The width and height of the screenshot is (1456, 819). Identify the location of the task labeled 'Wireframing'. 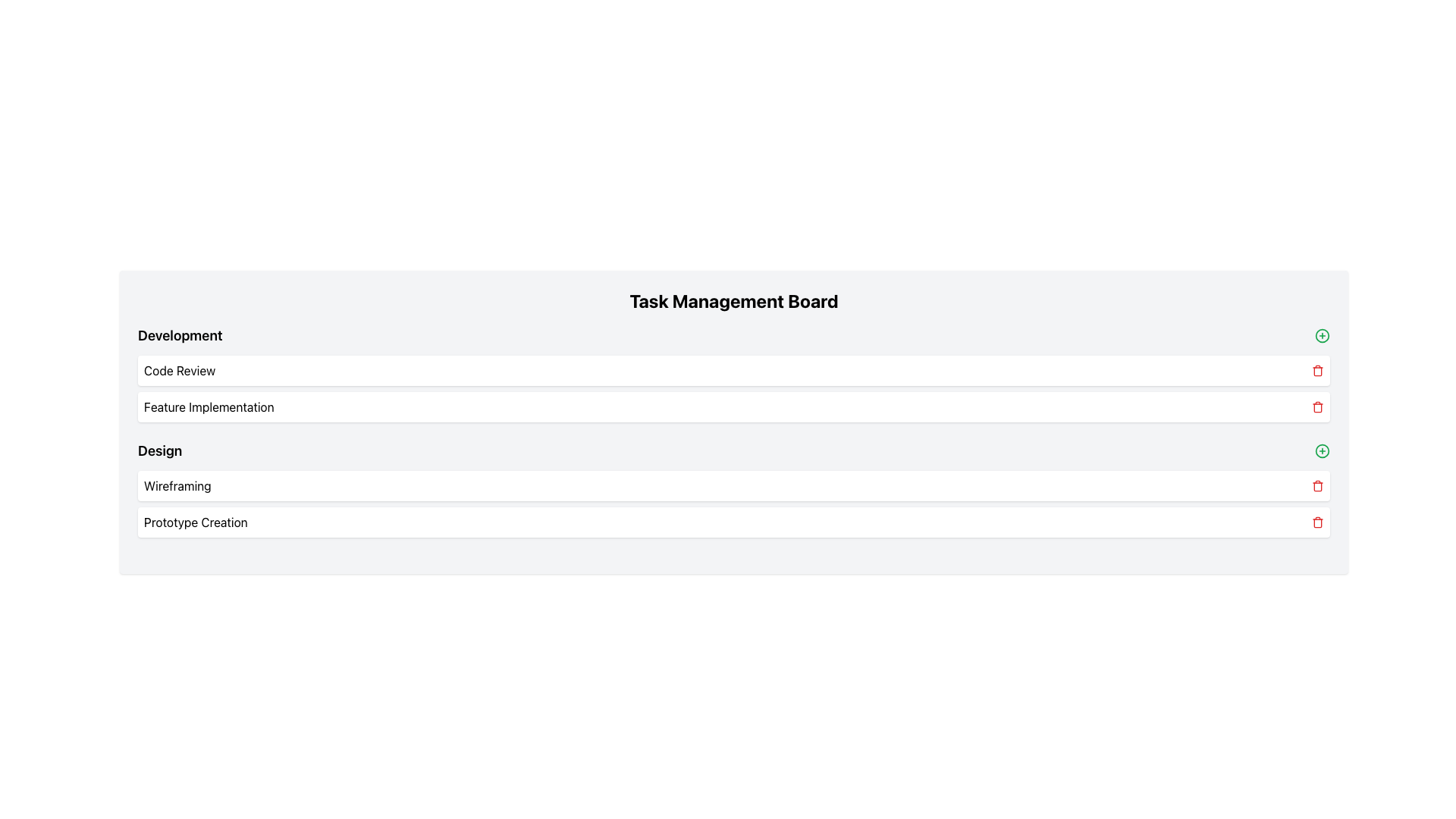
(734, 485).